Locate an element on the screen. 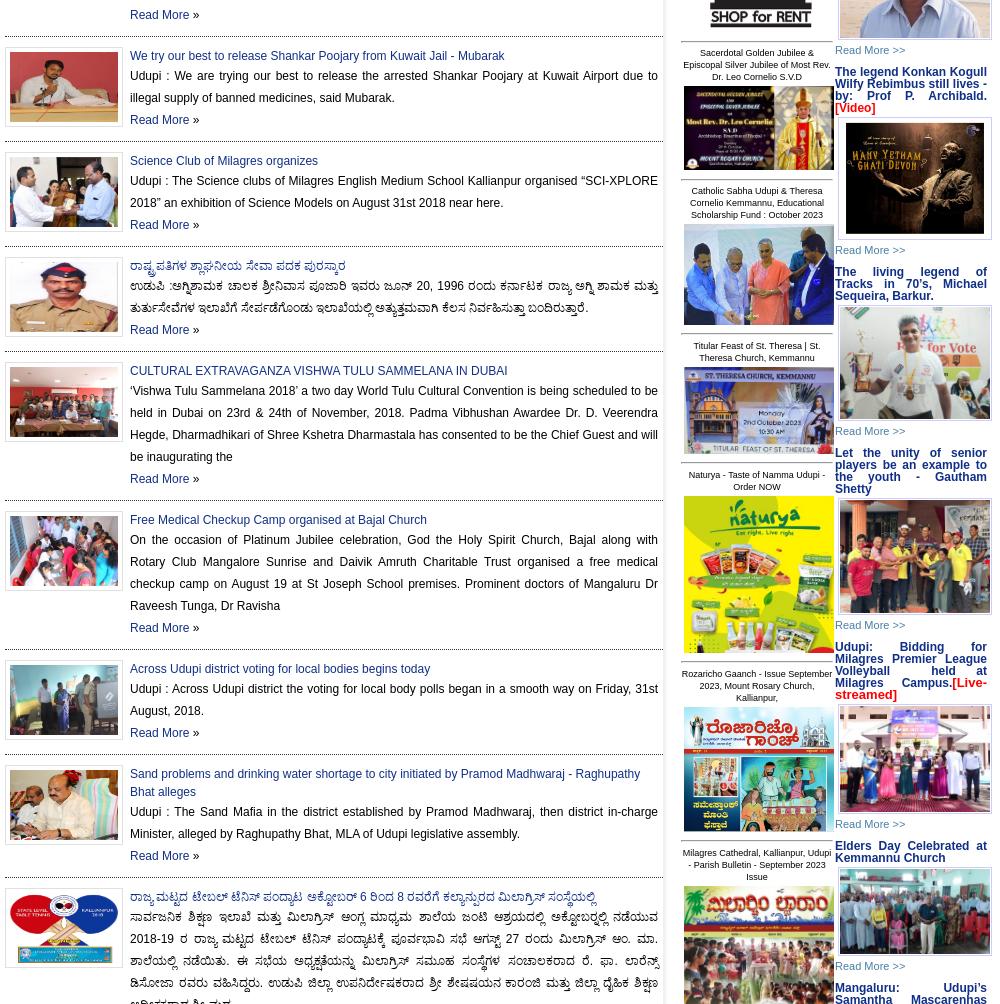 The width and height of the screenshot is (1000, 1004). 'CULTURAL EXTRAVAGANZA VISHWA TULU SAMMELANA IN DUBAI' is located at coordinates (317, 370).